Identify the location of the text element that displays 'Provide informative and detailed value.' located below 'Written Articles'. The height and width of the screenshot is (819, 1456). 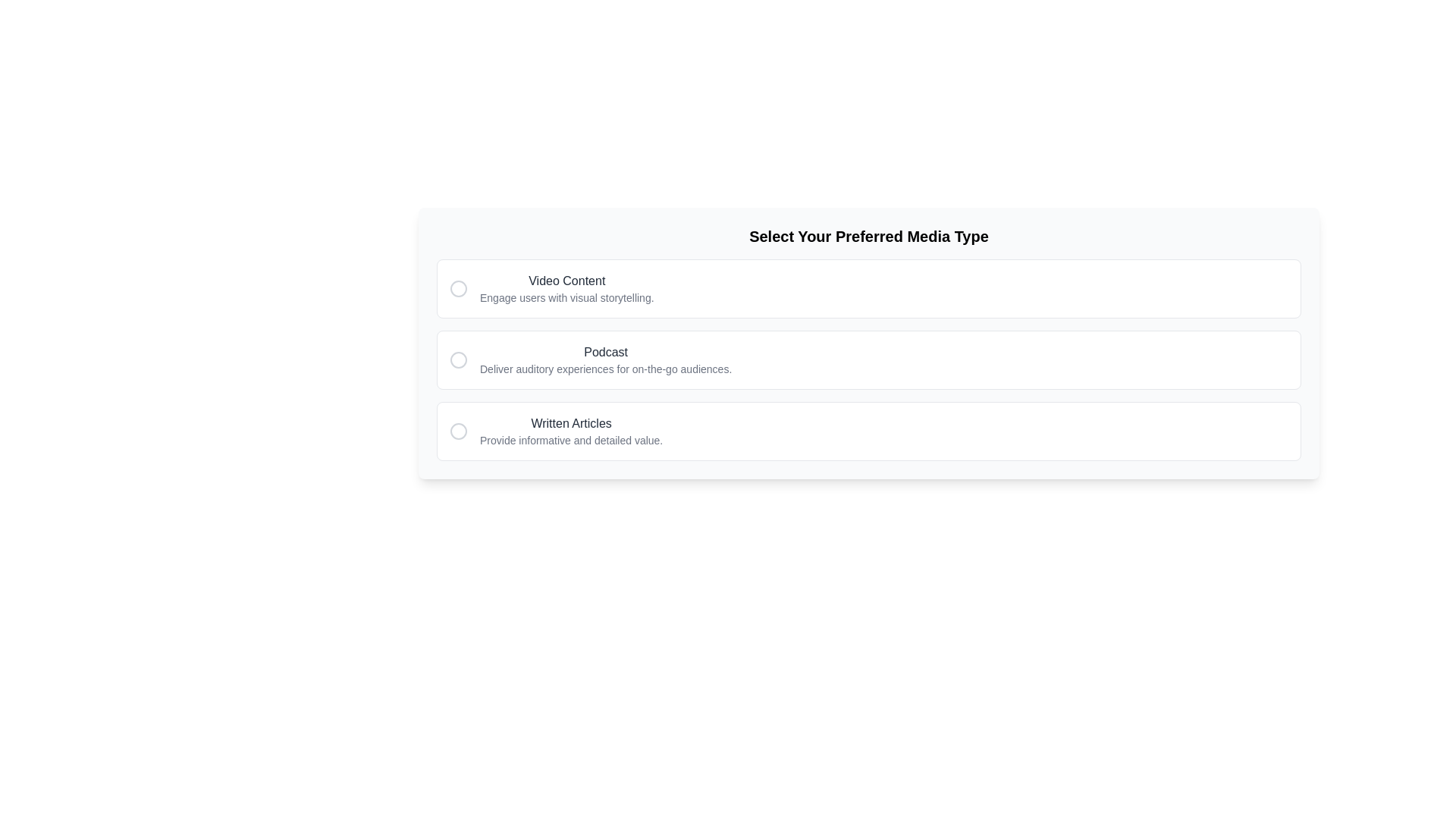
(570, 441).